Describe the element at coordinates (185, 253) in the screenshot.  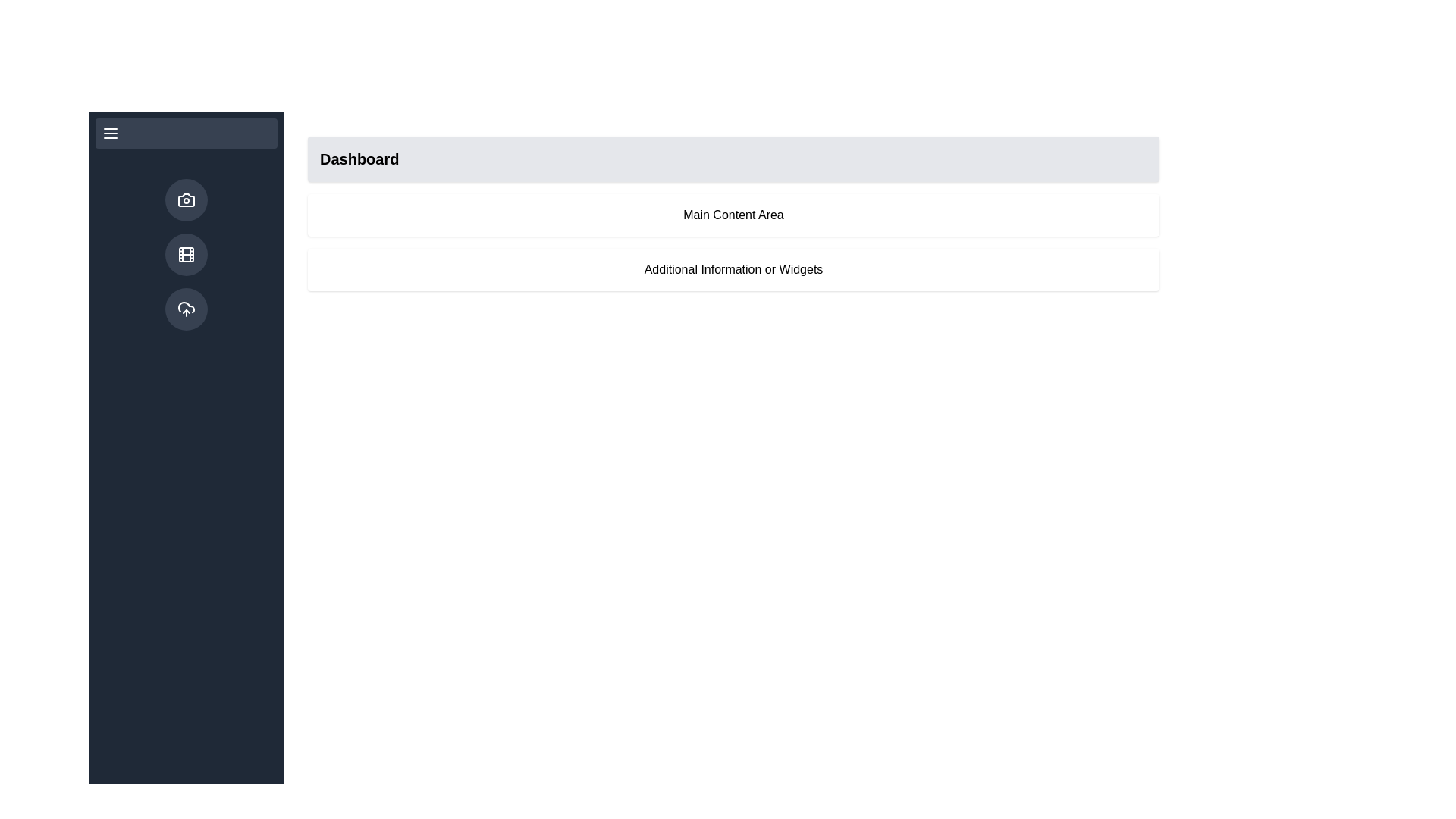
I see `the rectangular film strip icon with rounded corners located` at that location.